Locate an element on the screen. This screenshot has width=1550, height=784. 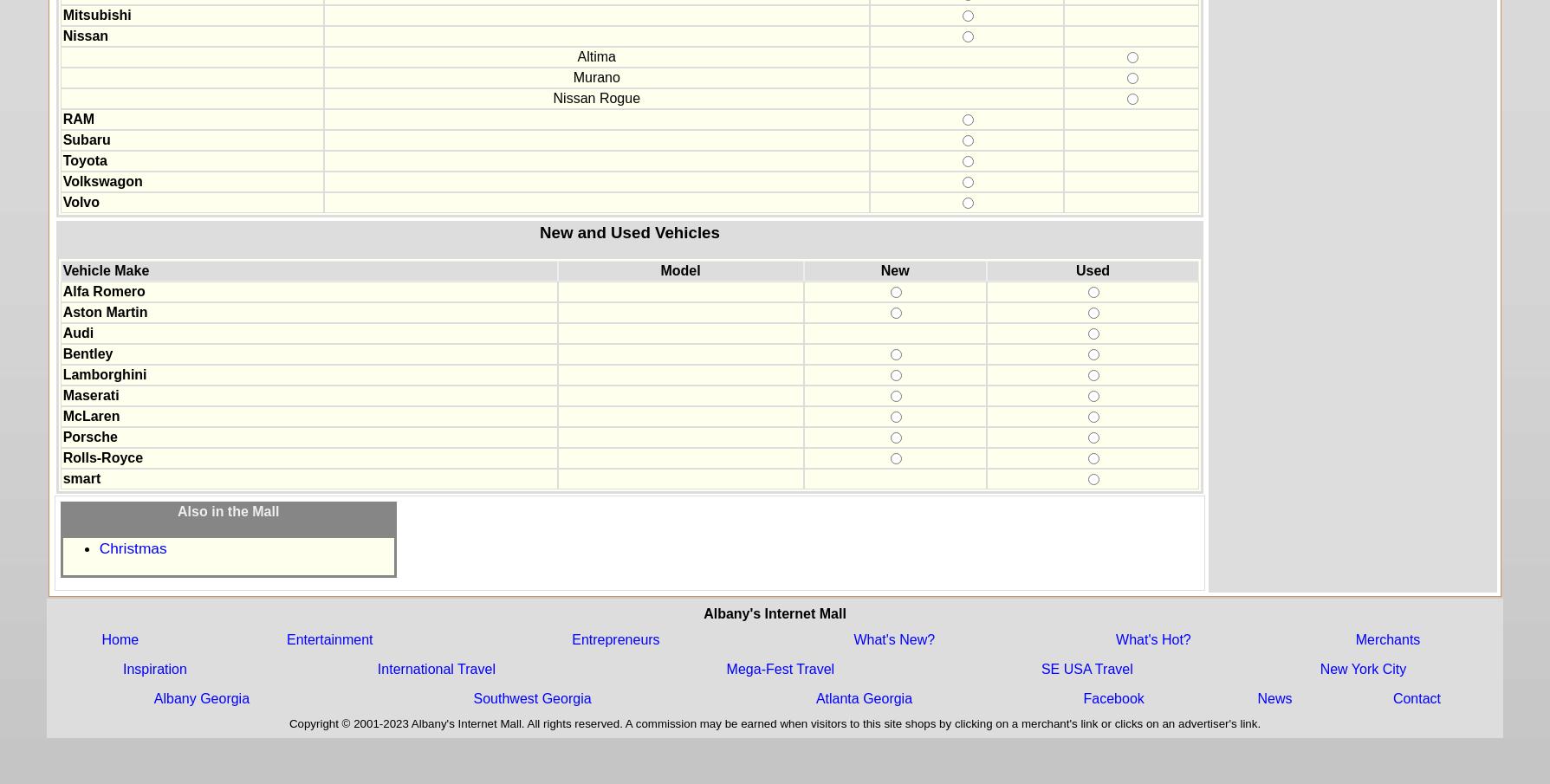
'Porsche' is located at coordinates (89, 436).